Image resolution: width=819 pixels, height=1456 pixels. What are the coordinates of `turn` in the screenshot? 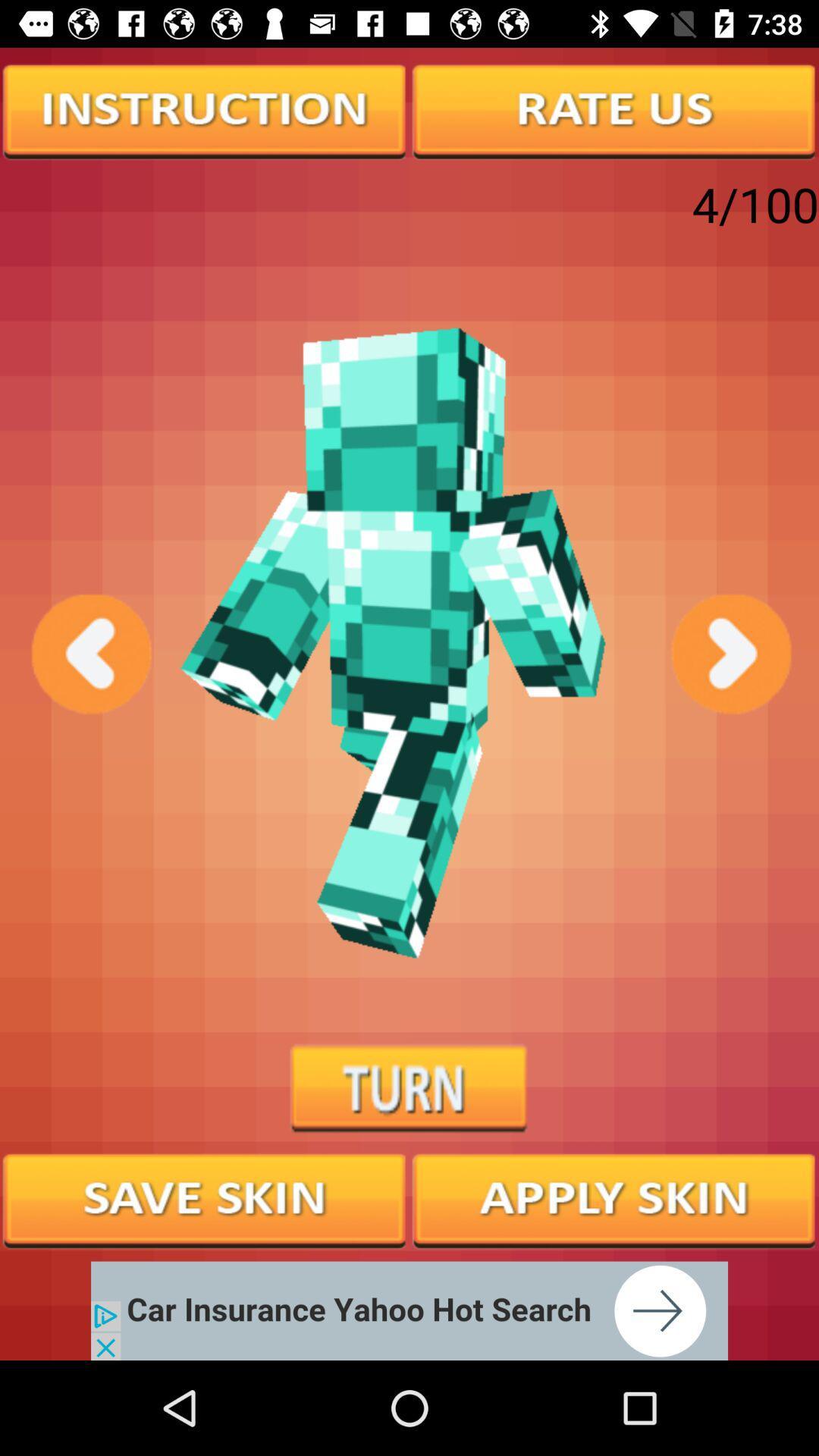 It's located at (409, 1088).